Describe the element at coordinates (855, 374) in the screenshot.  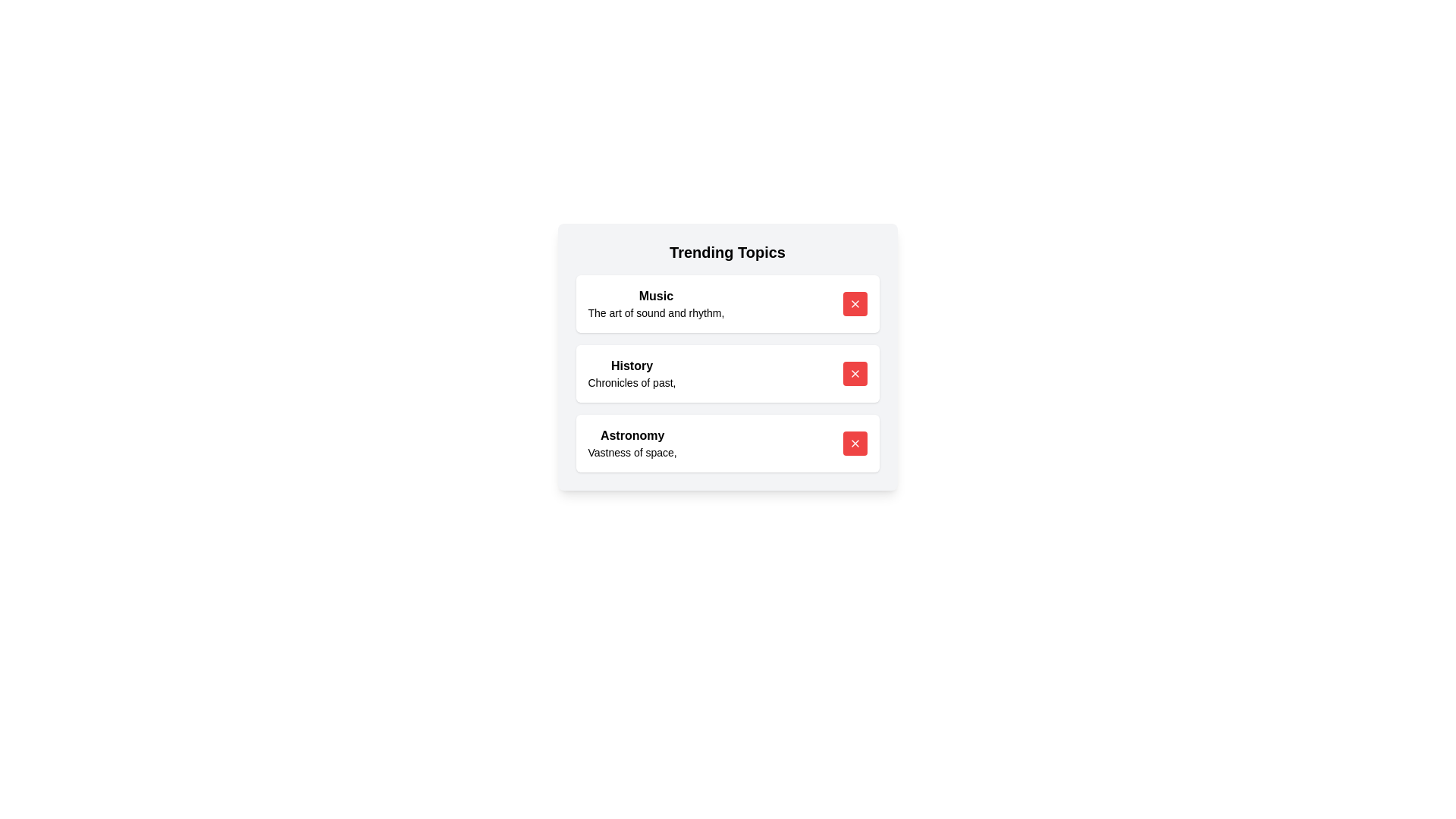
I see `remove button next to the topic History to delete it` at that location.